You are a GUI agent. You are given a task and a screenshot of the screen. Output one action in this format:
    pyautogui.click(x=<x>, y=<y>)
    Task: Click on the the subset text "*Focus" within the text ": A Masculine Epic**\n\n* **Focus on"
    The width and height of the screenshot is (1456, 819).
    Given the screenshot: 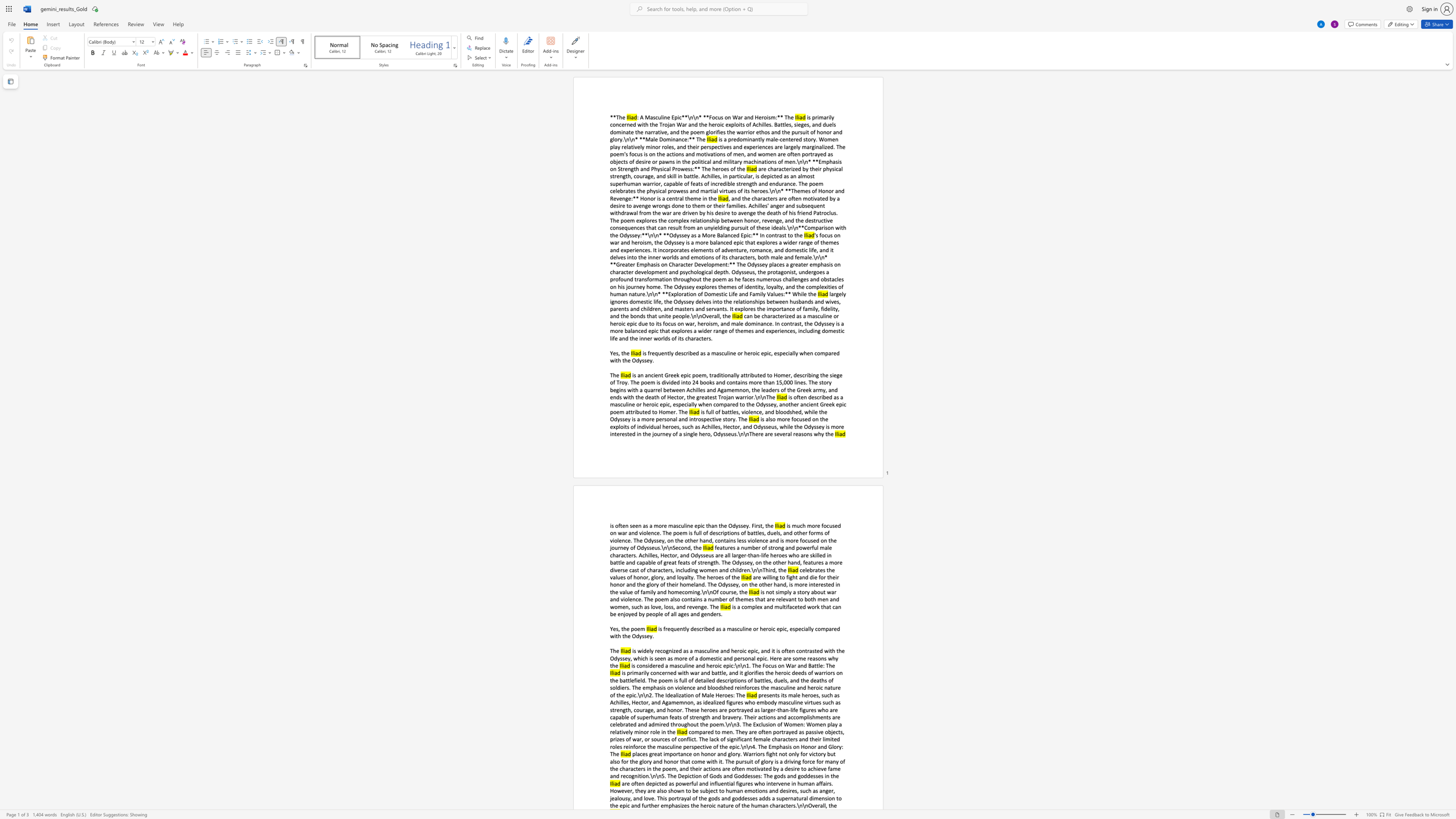 What is the action you would take?
    pyautogui.click(x=705, y=117)
    